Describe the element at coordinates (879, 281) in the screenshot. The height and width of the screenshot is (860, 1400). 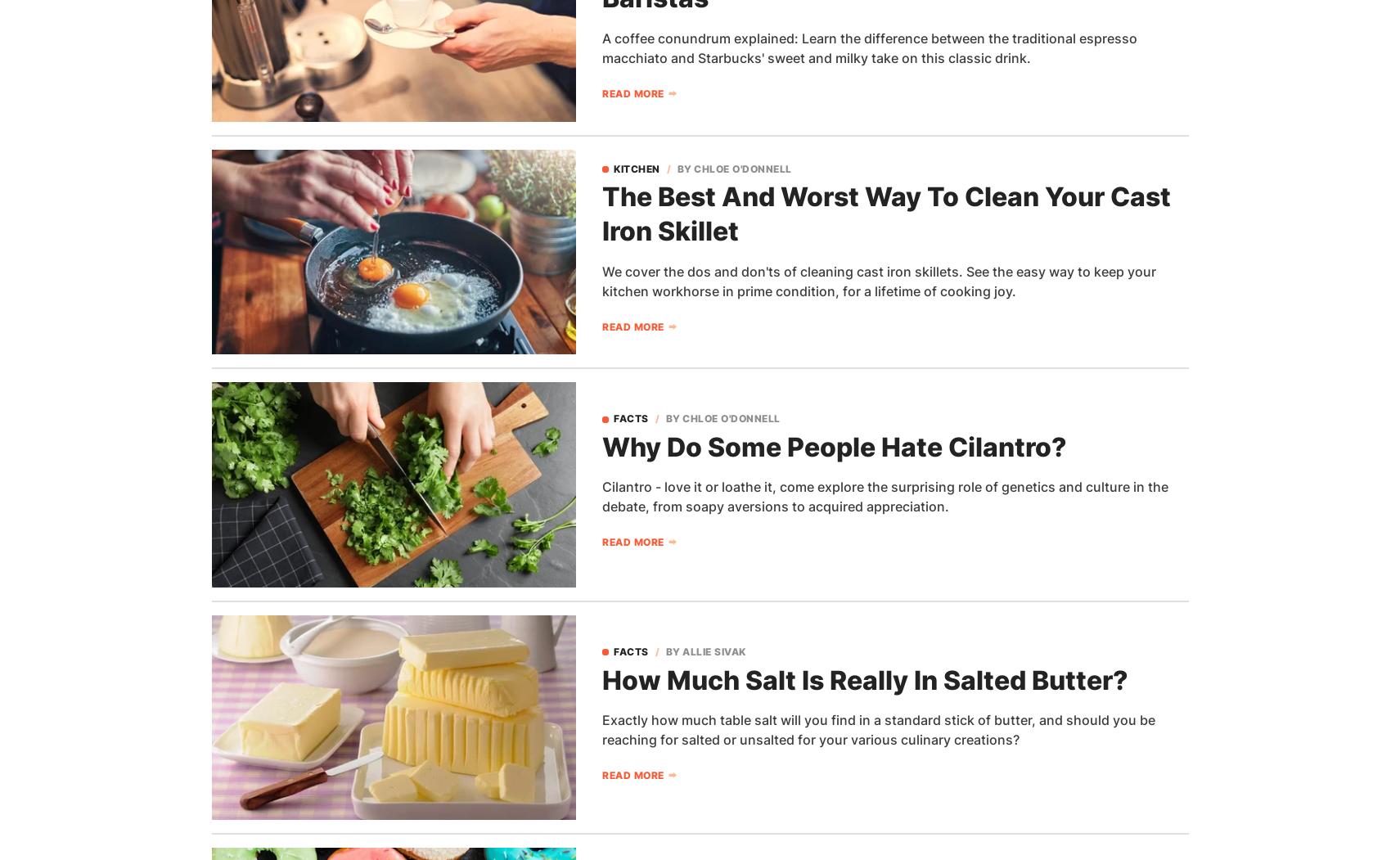
I see `'We cover the dos and don'ts of cleaning cast iron skillets. See the easy way to keep your kitchen workhorse in prime condition, for a lifetime of cooking joy.'` at that location.